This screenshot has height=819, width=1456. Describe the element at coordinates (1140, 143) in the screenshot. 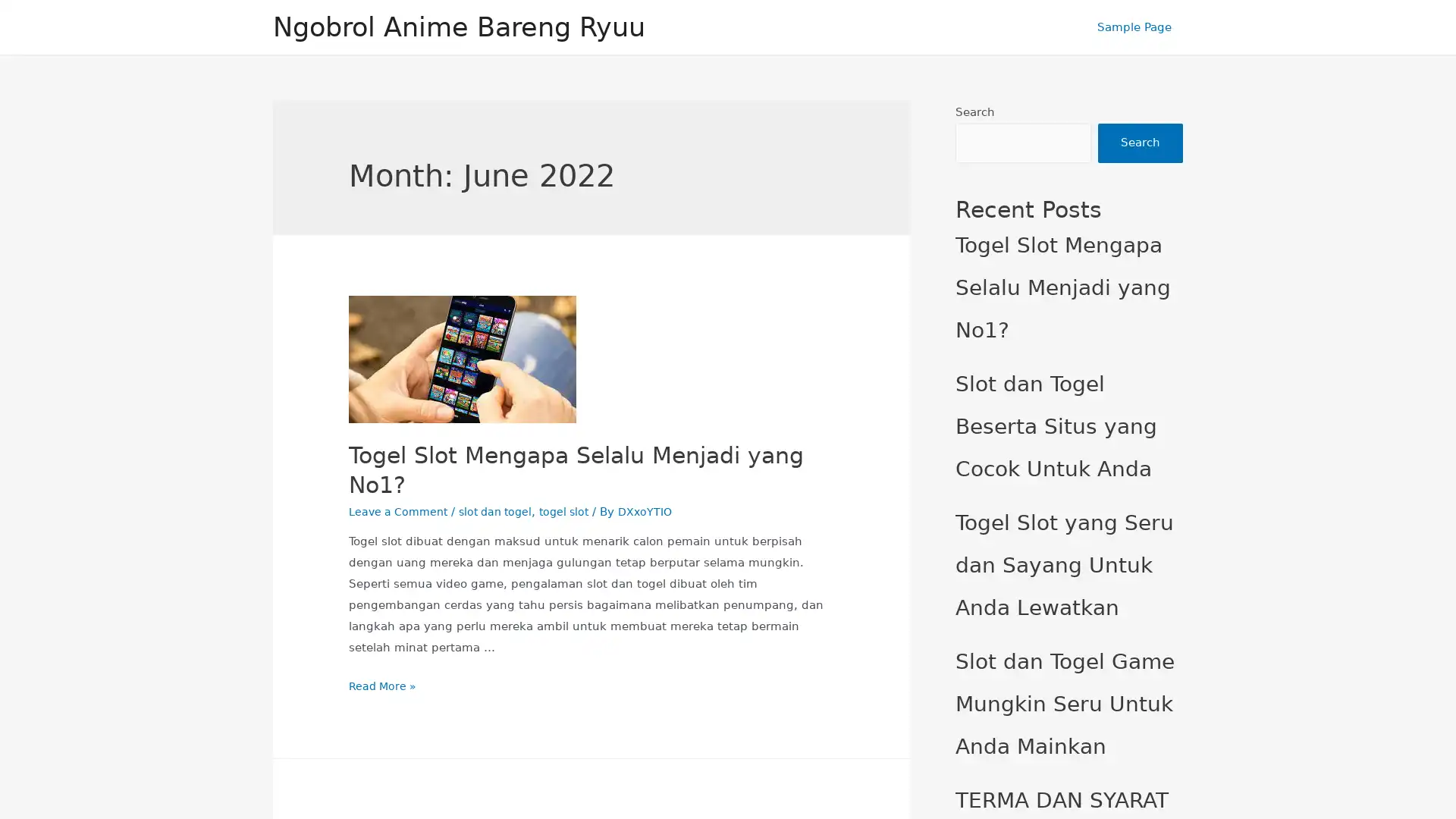

I see `Search` at that location.